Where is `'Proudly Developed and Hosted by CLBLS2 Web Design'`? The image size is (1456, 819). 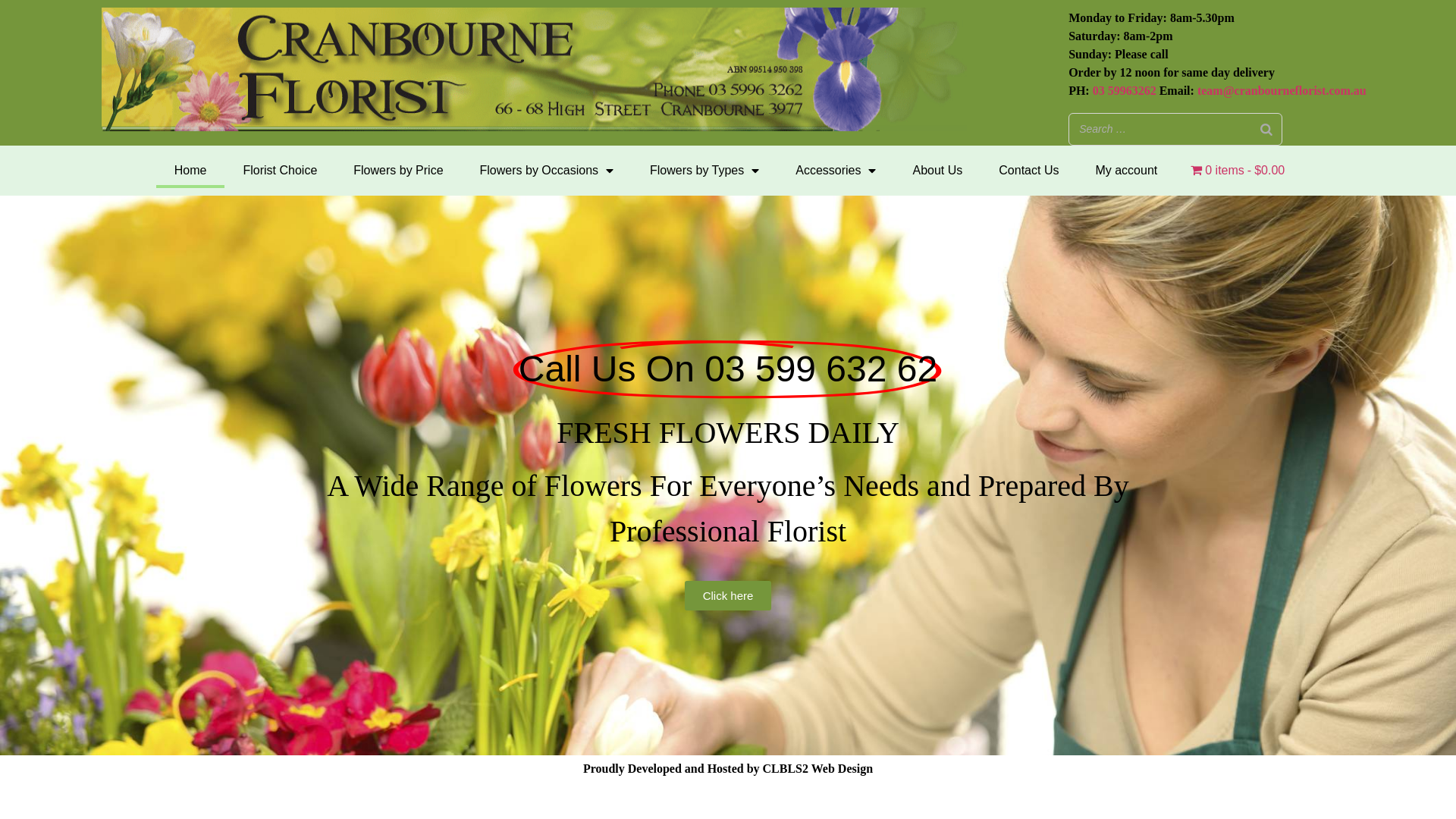 'Proudly Developed and Hosted by CLBLS2 Web Design' is located at coordinates (728, 768).